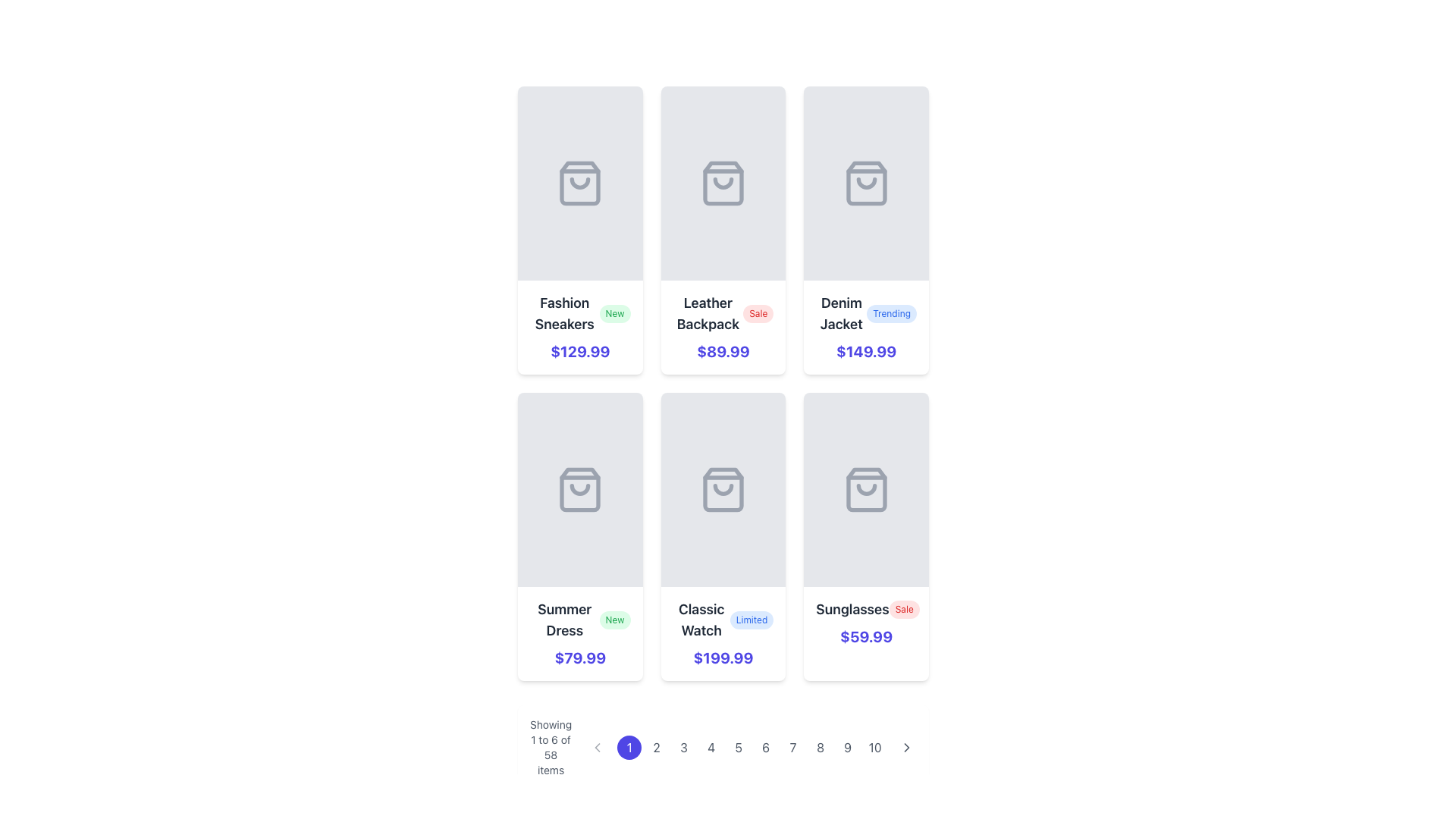 This screenshot has height=819, width=1456. I want to click on the bold price text displaying '$149.99' in indigo color, located at the bottom-right of the product card for the 'Denim Jacket', so click(866, 351).